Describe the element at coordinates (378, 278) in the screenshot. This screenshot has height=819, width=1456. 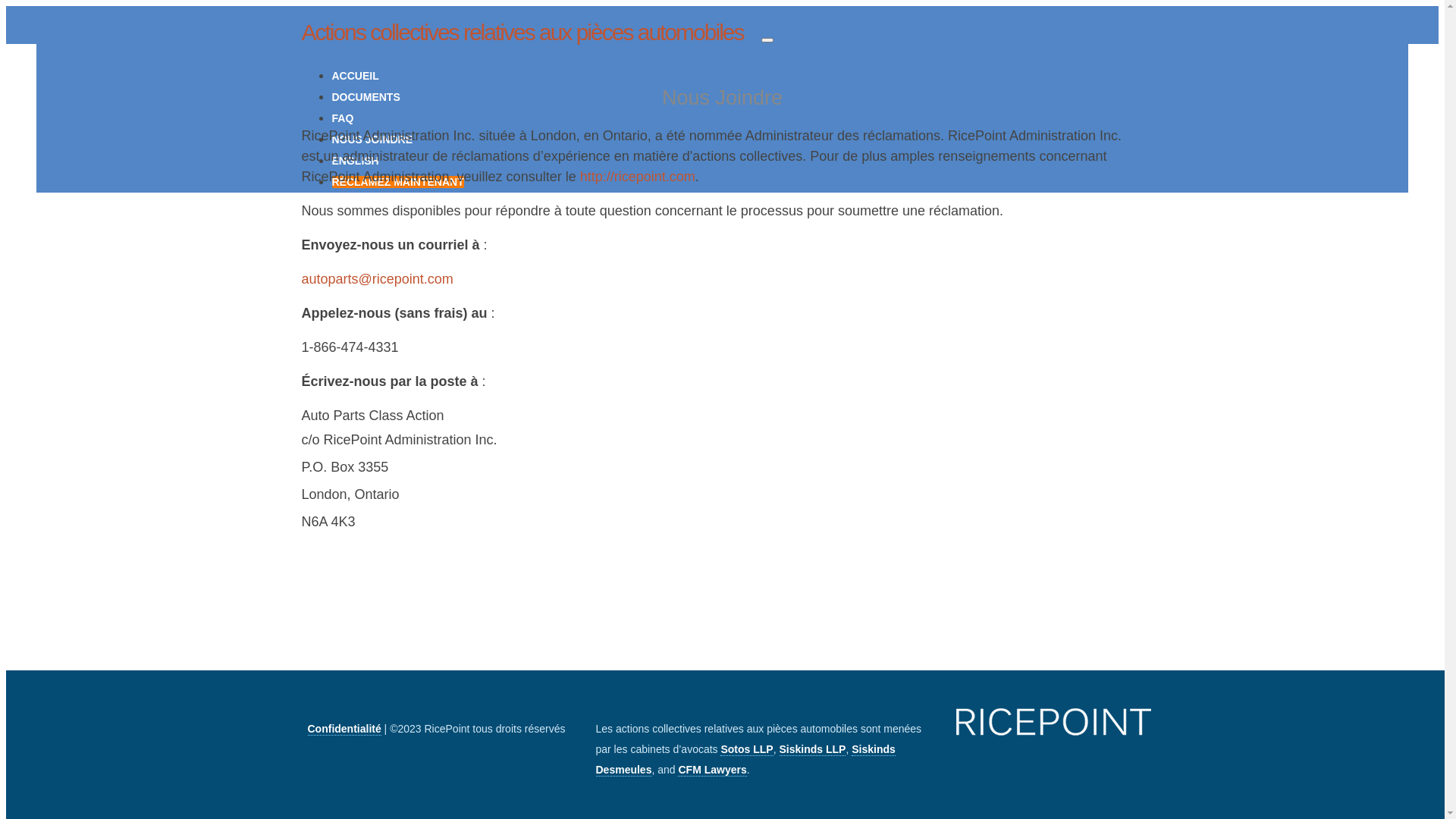
I see `'autoparts@ricepoint.com'` at that location.